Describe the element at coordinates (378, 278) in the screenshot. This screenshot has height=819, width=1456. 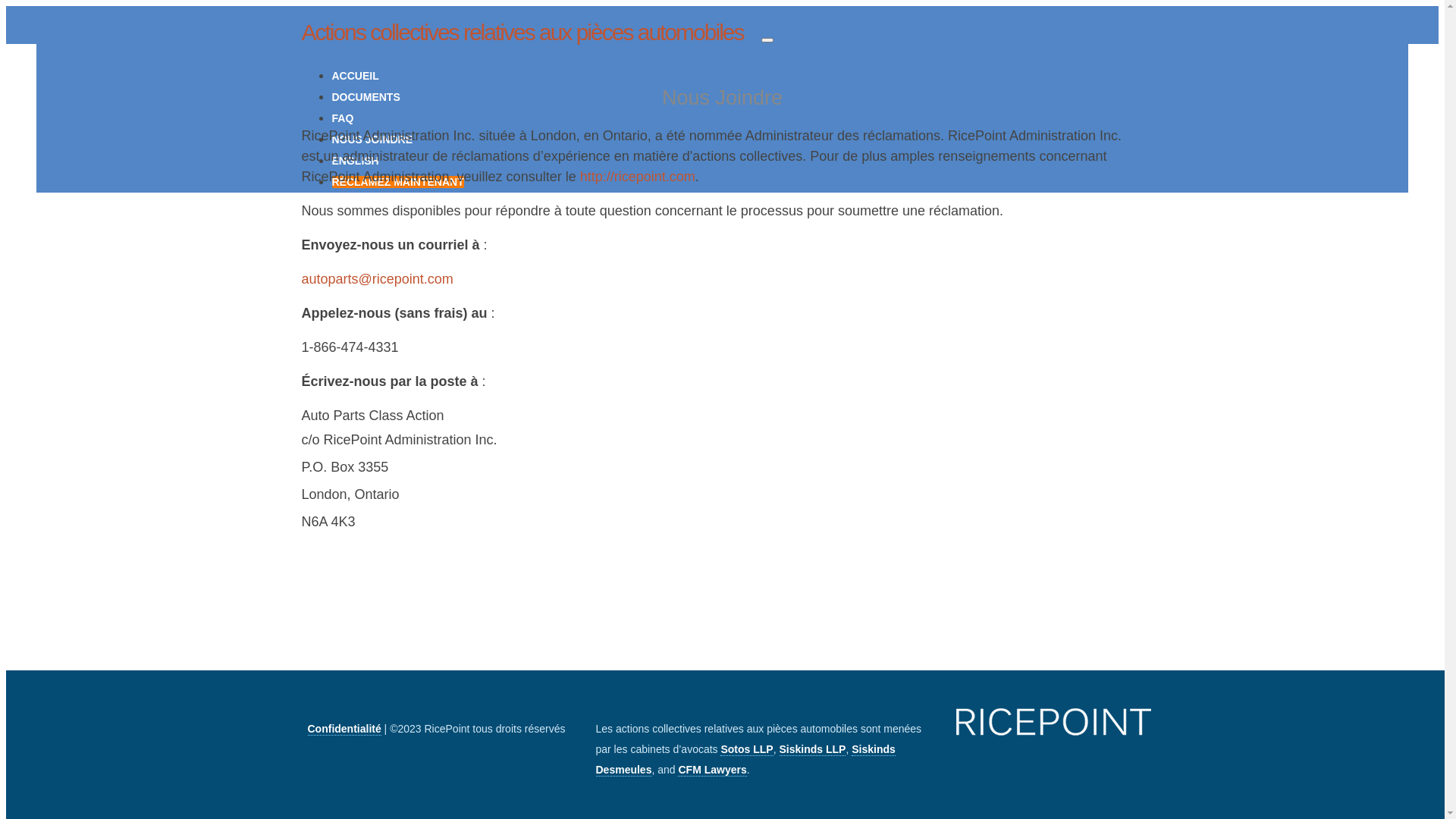
I see `'autoparts@ricepoint.com'` at that location.